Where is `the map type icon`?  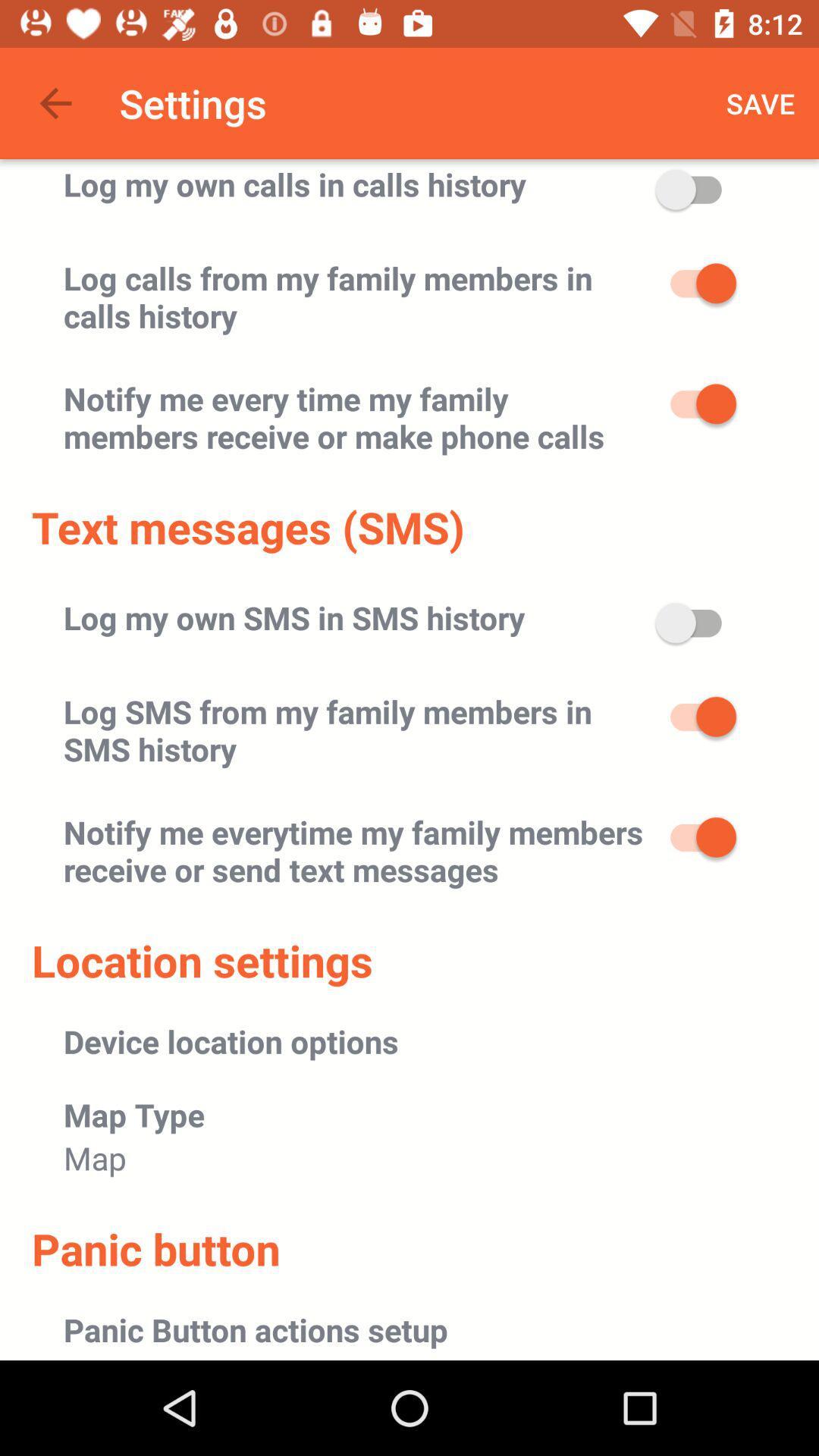
the map type icon is located at coordinates (133, 1114).